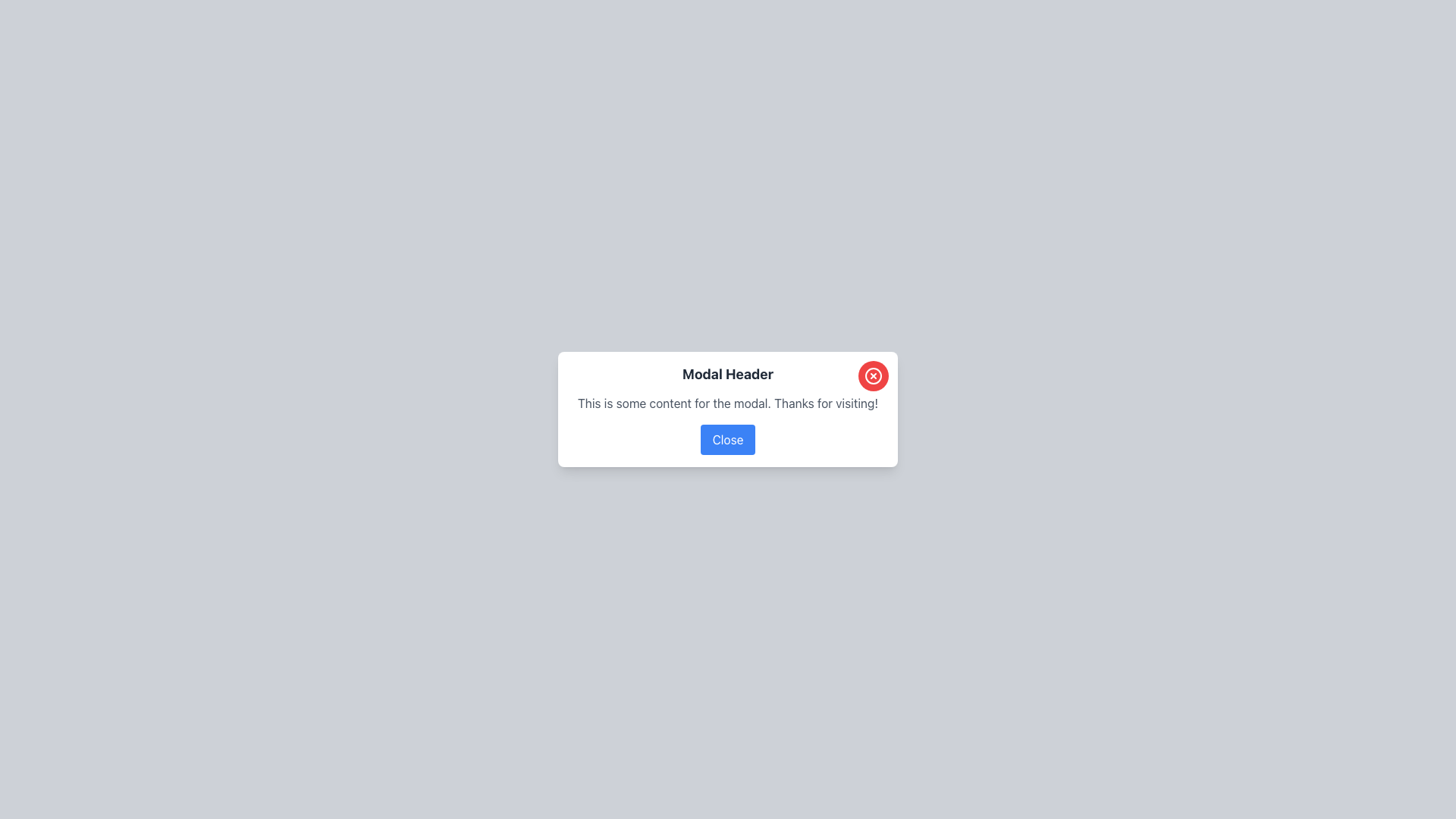  What do you see at coordinates (728, 439) in the screenshot?
I see `the 'Close' button with a vibrant blue background and white text` at bounding box center [728, 439].